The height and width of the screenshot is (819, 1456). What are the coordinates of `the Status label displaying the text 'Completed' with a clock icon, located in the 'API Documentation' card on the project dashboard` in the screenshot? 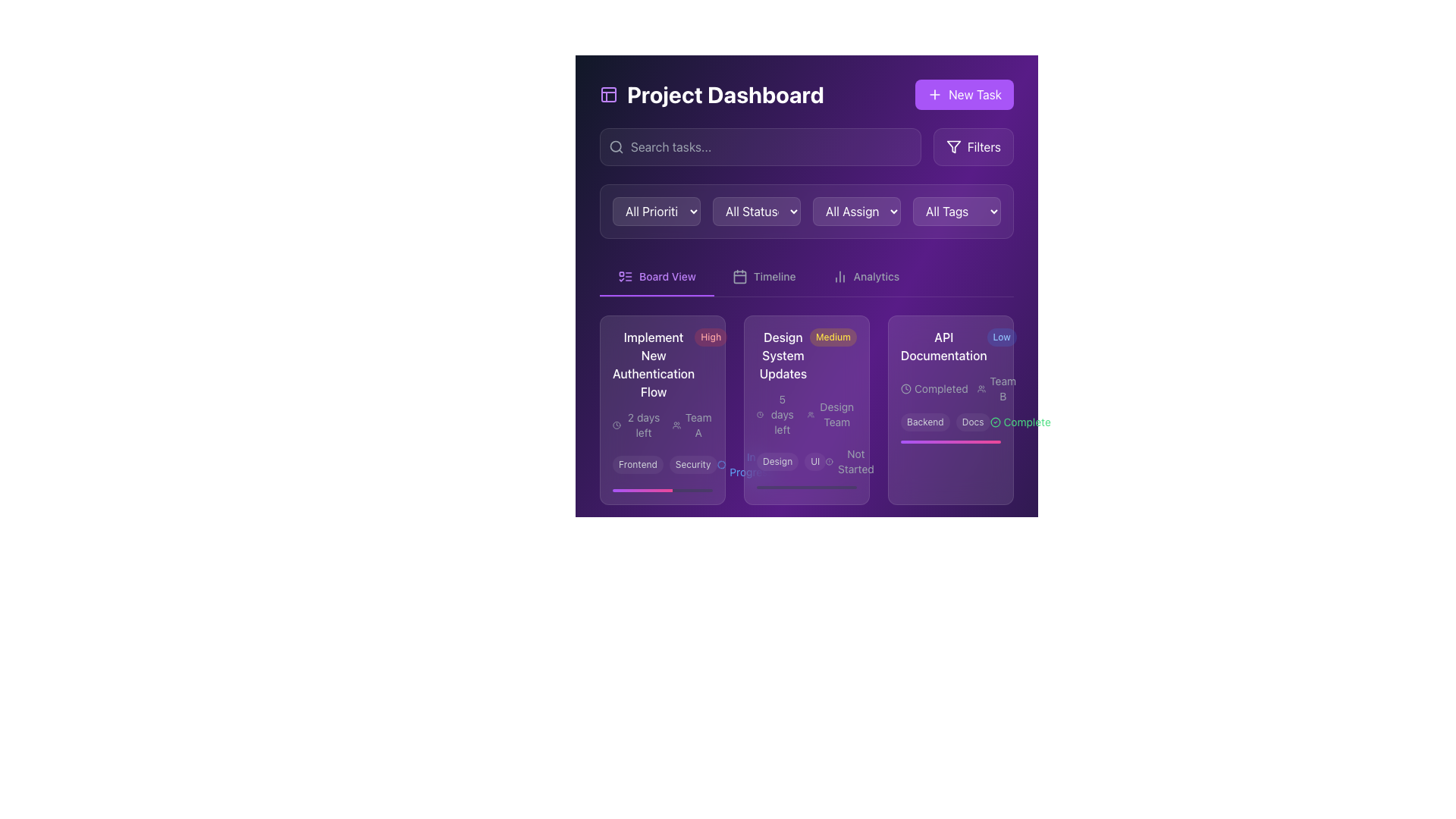 It's located at (934, 388).